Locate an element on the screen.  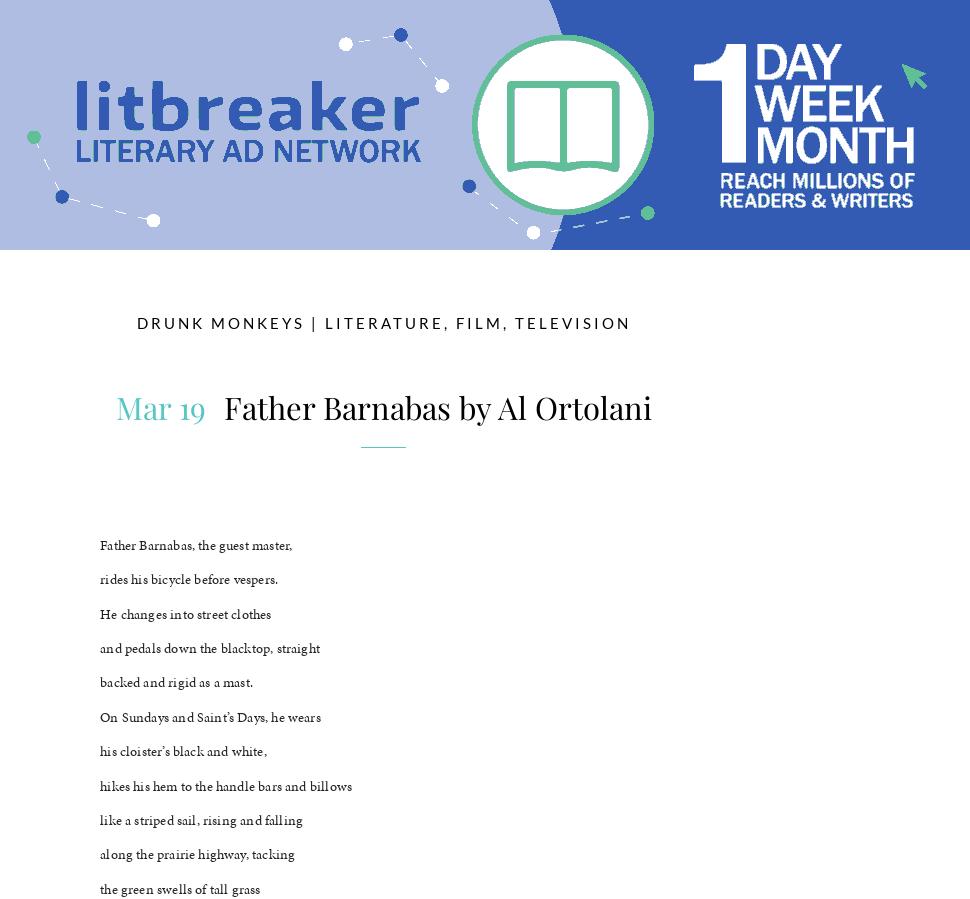
'rides his bicycle before vespers.' is located at coordinates (187, 579).